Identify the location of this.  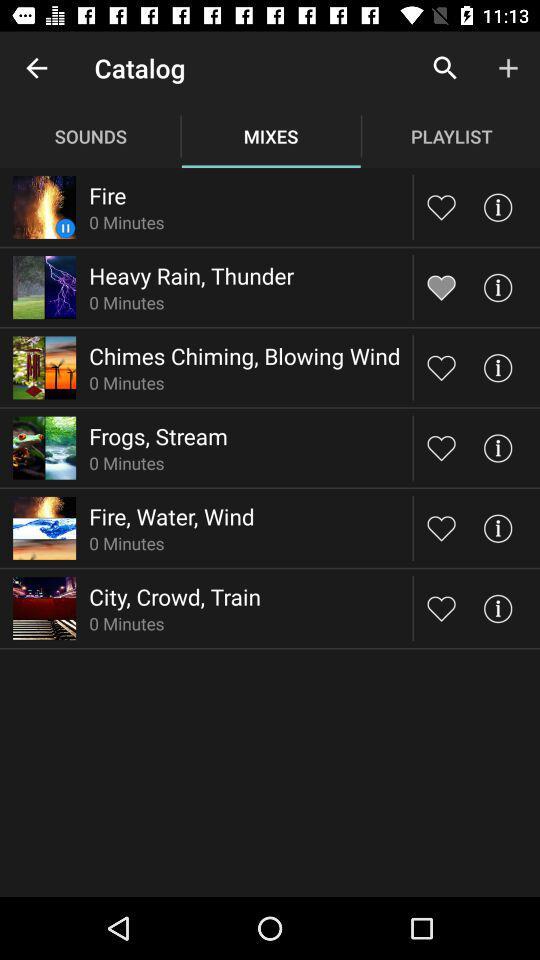
(441, 447).